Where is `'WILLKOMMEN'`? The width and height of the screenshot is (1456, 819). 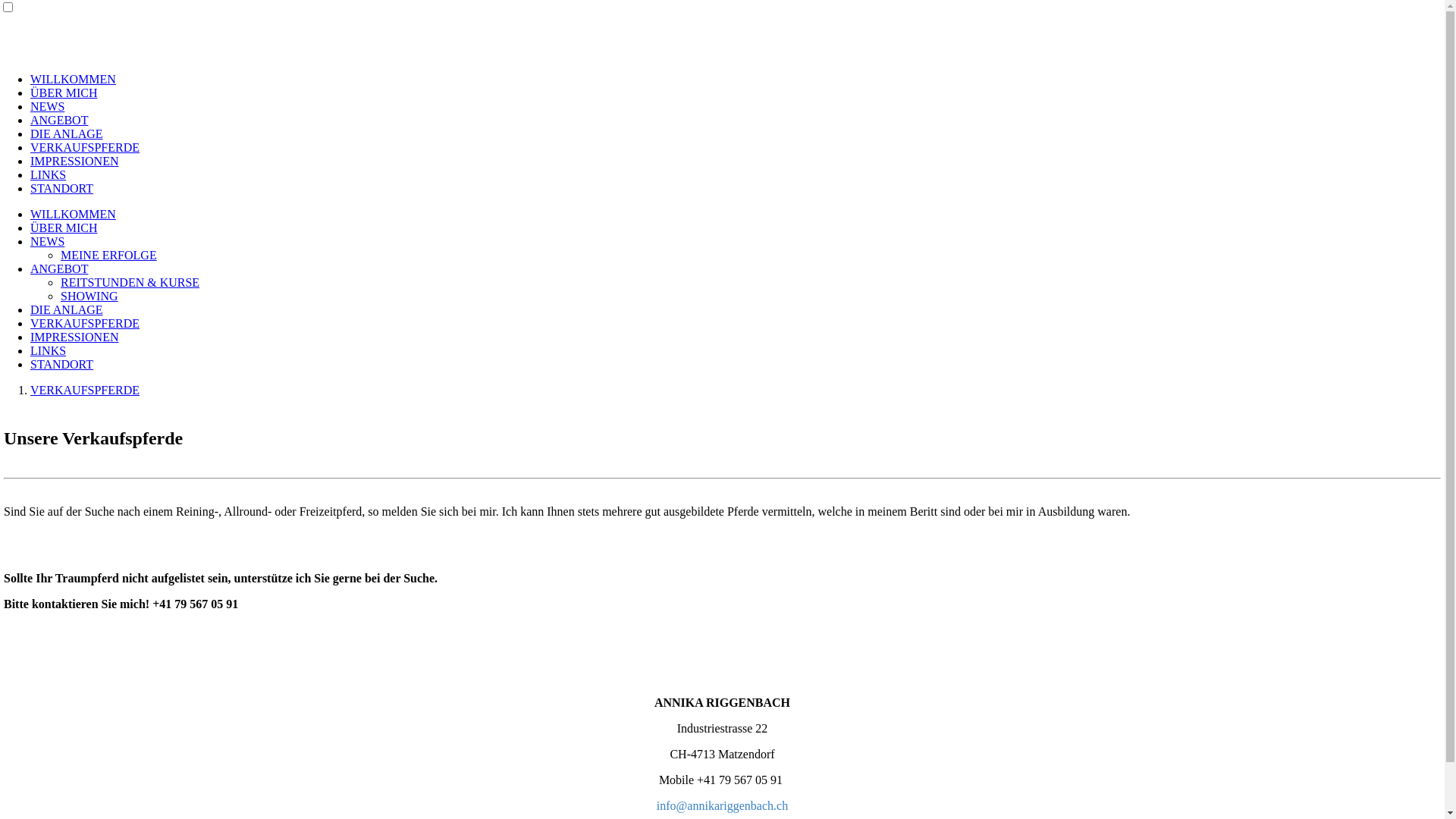
'WILLKOMMEN' is located at coordinates (30, 79).